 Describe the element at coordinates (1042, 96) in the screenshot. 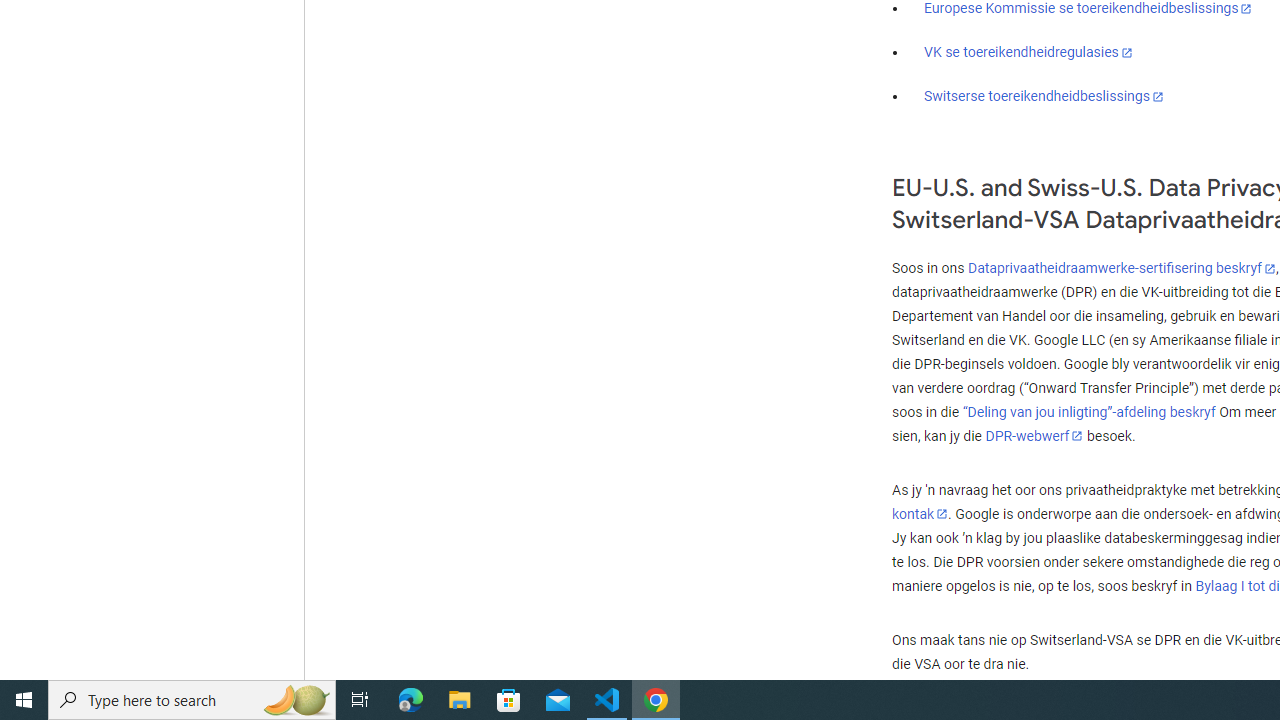

I see `'Switserse toereikendheidbeslissings'` at that location.